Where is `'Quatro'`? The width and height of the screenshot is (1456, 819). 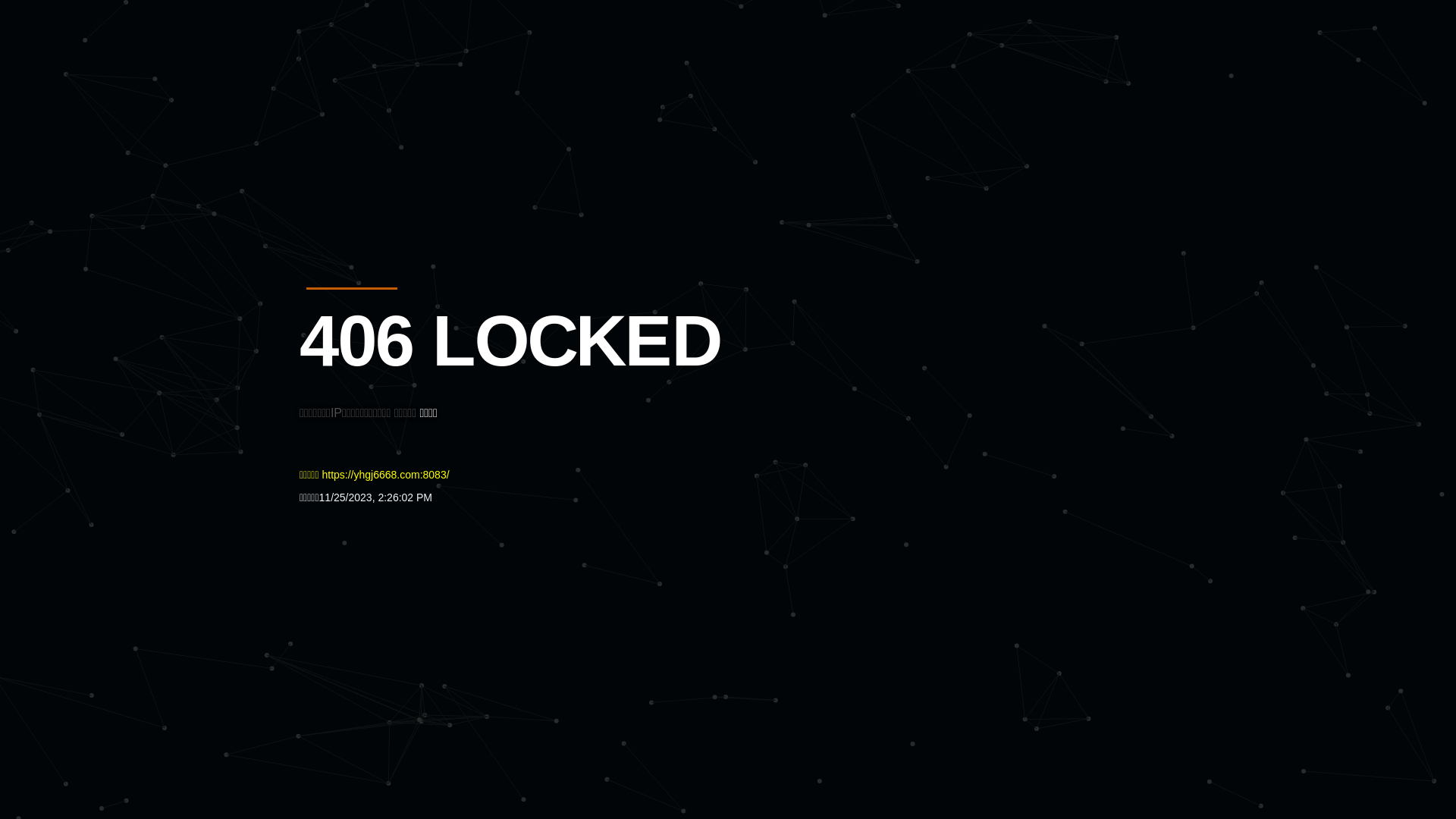 'Quatro' is located at coordinates (411, 86).